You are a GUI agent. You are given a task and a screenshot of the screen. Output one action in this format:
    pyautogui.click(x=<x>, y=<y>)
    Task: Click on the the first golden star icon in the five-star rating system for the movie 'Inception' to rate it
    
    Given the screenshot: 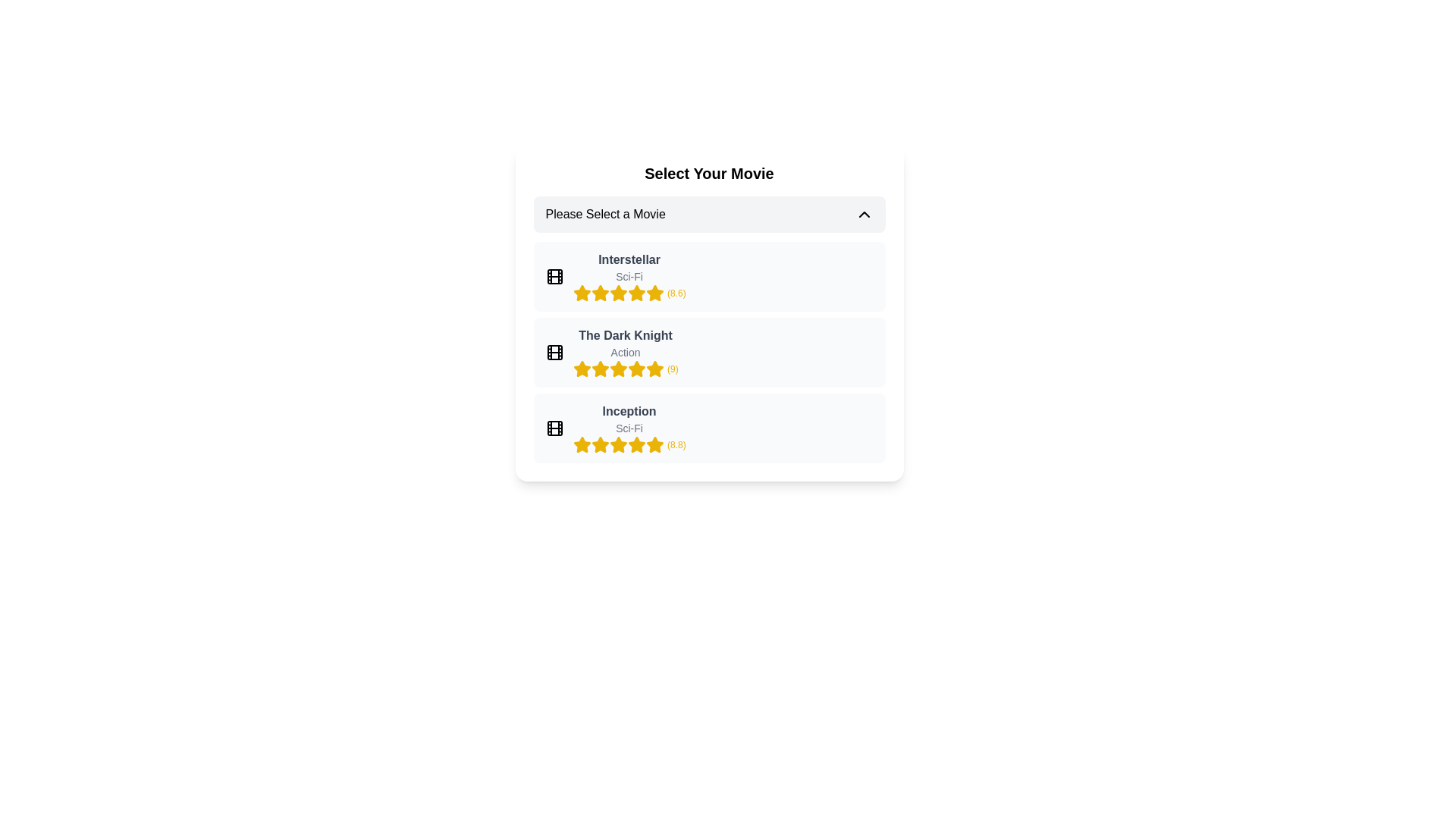 What is the action you would take?
    pyautogui.click(x=581, y=444)
    